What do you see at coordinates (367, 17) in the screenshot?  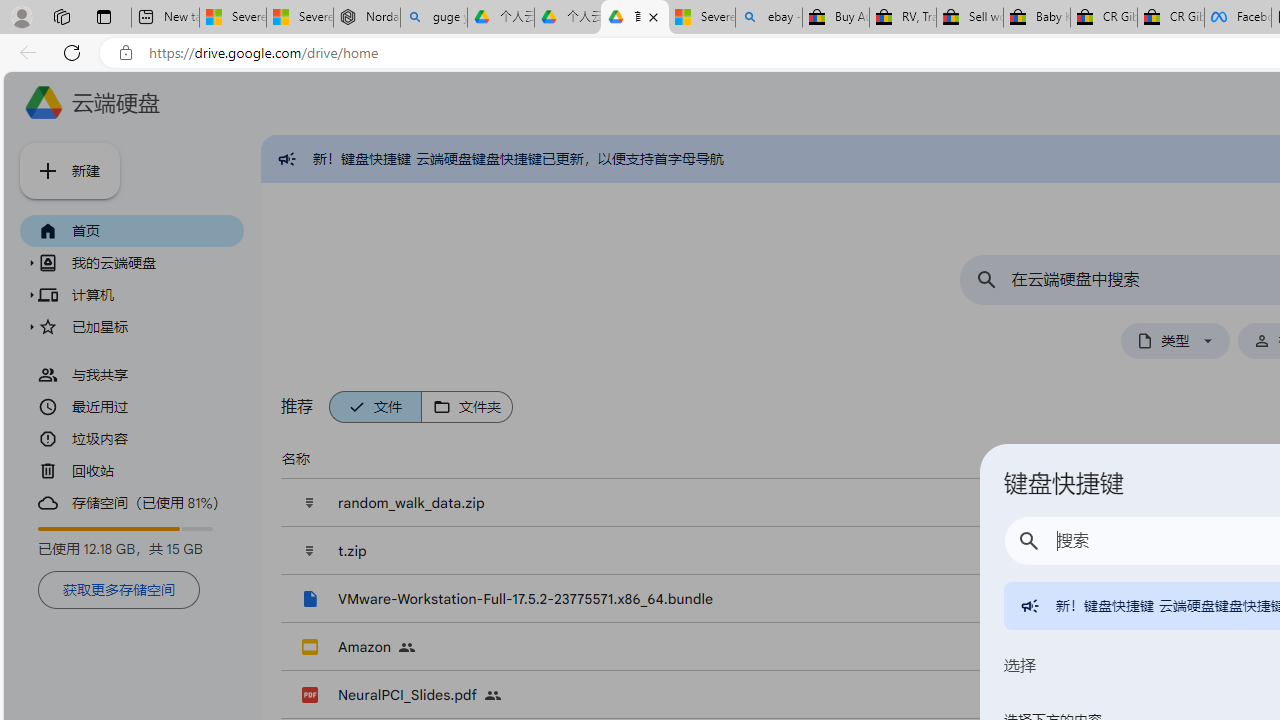 I see `'Nordace - Summer Adventures 2024'` at bounding box center [367, 17].